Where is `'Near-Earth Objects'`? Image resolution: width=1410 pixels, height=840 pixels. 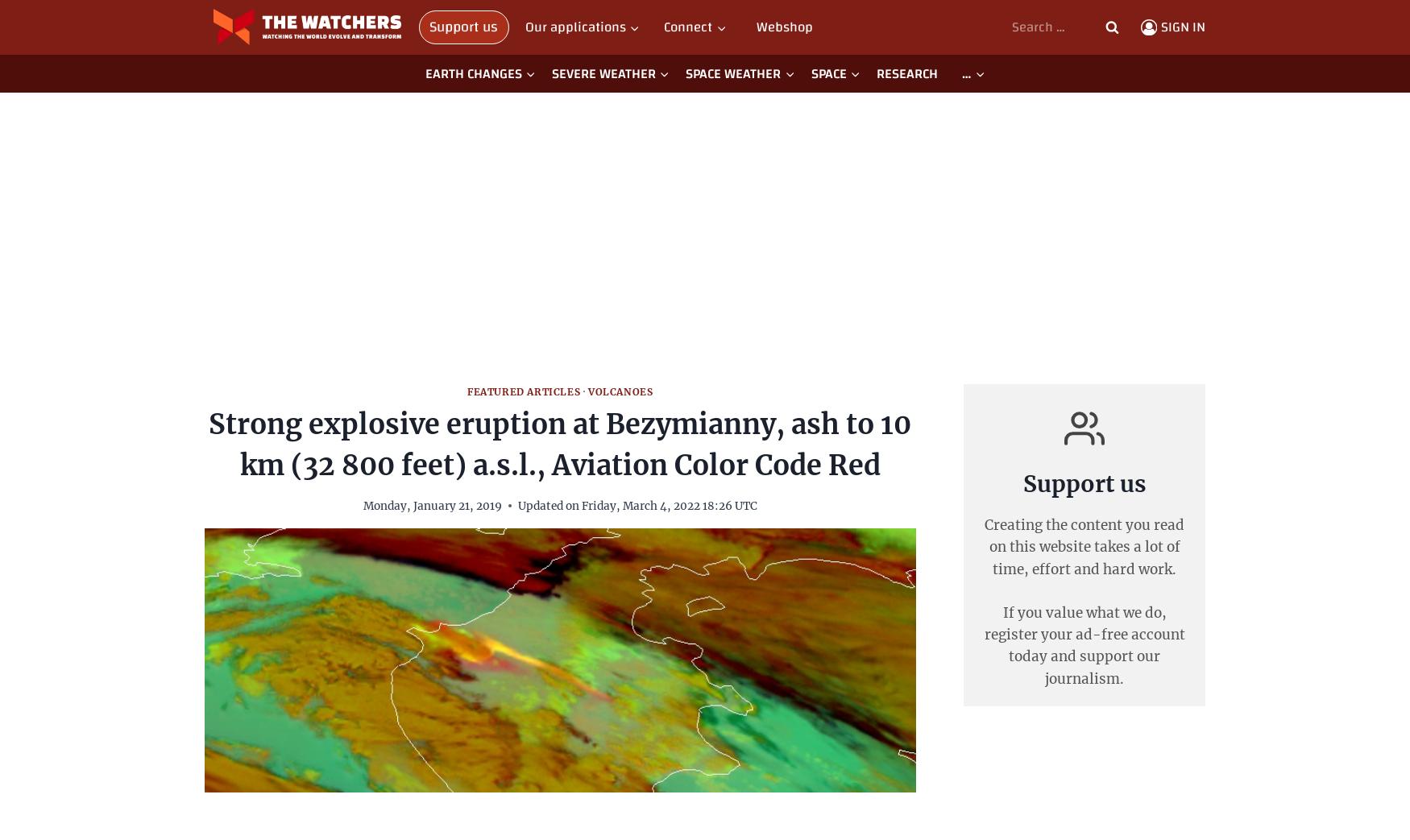 'Near-Earth Objects' is located at coordinates (474, 134).